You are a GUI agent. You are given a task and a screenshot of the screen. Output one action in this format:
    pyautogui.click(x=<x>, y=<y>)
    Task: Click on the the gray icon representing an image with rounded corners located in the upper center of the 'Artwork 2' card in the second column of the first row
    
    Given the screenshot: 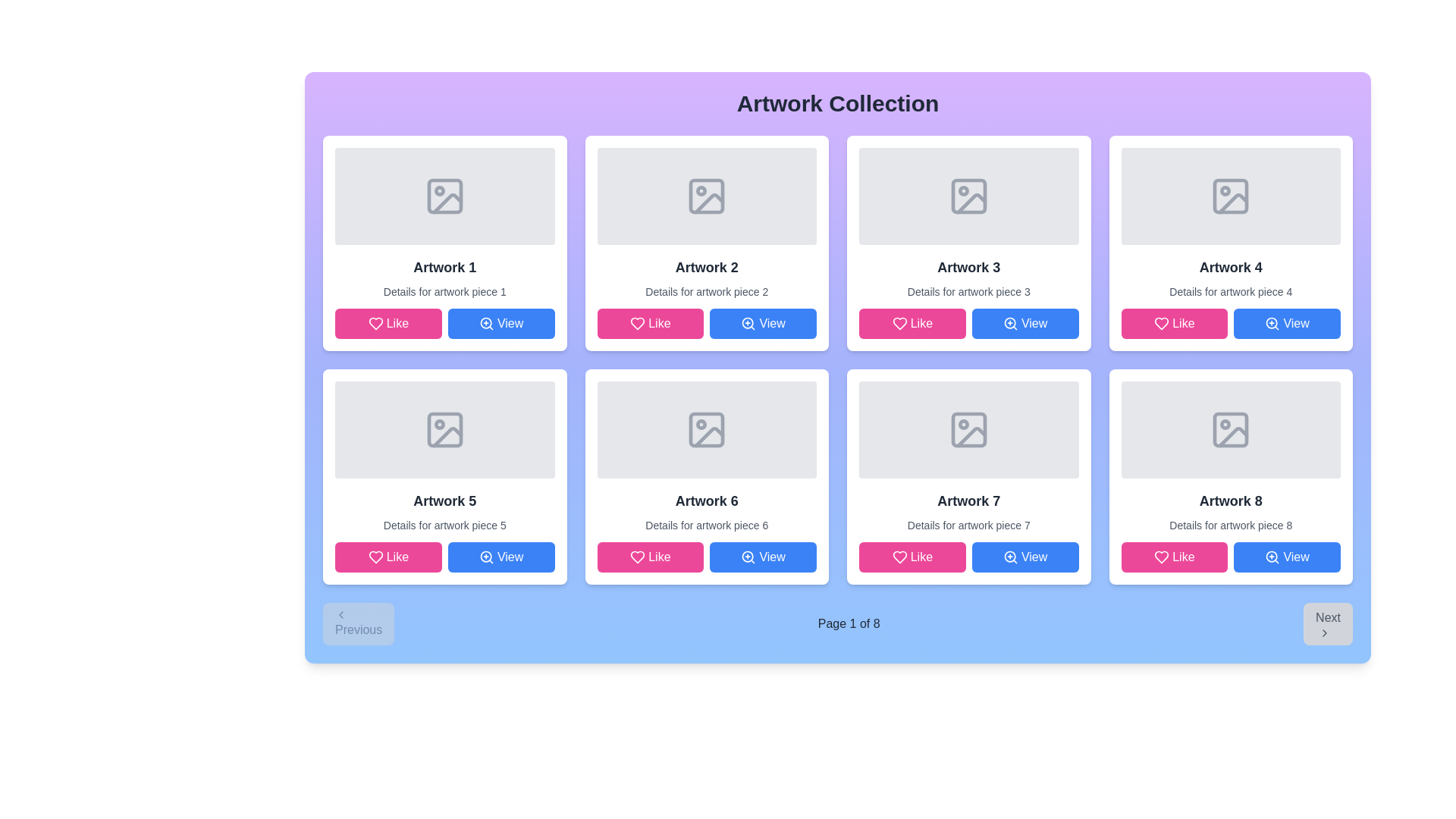 What is the action you would take?
    pyautogui.click(x=706, y=195)
    